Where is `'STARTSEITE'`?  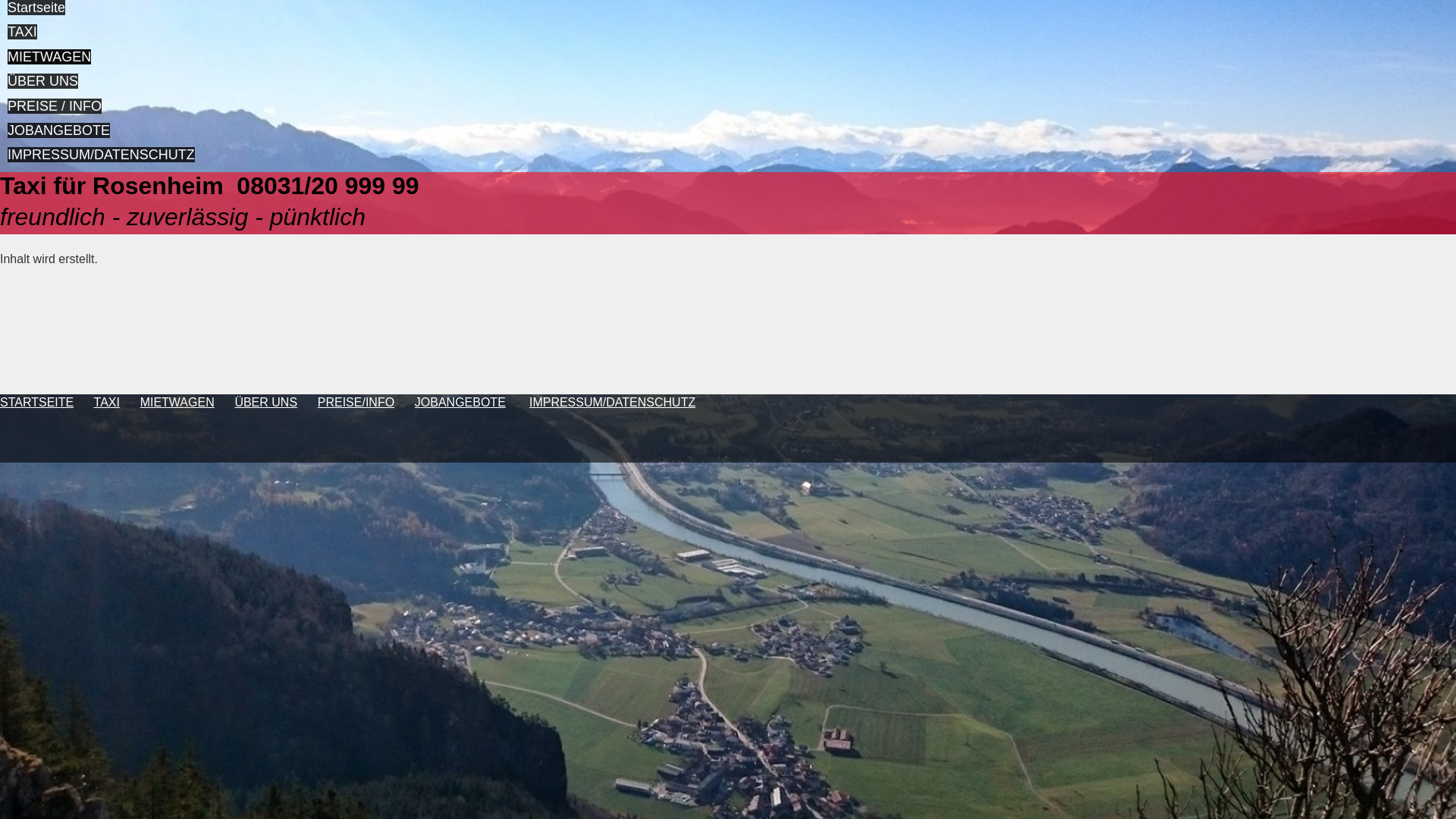
'STARTSEITE' is located at coordinates (0, 401).